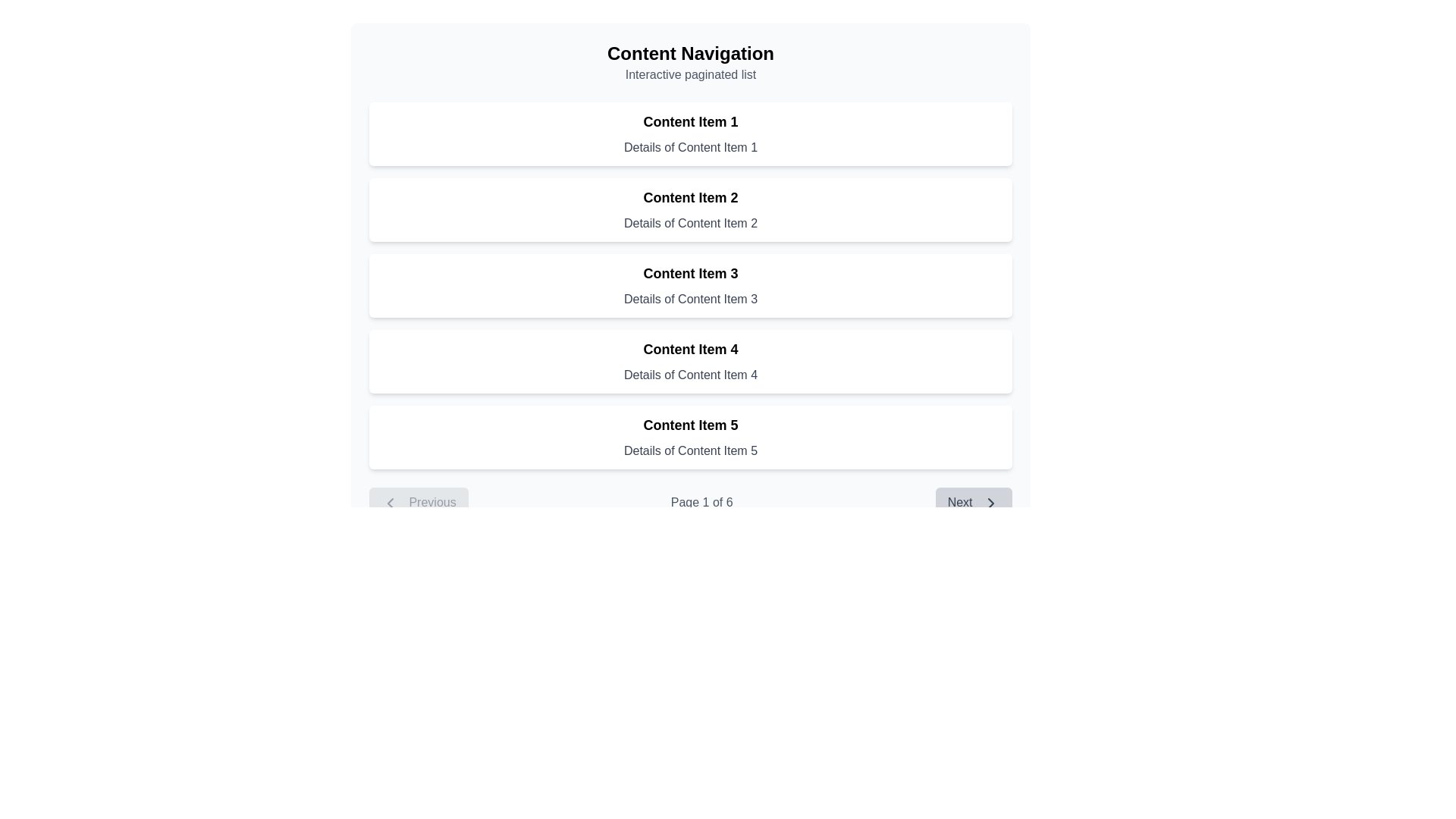 Image resolution: width=1456 pixels, height=819 pixels. Describe the element at coordinates (974, 503) in the screenshot. I see `the 'Next' button located at the rightmost side of the navigation bar` at that location.